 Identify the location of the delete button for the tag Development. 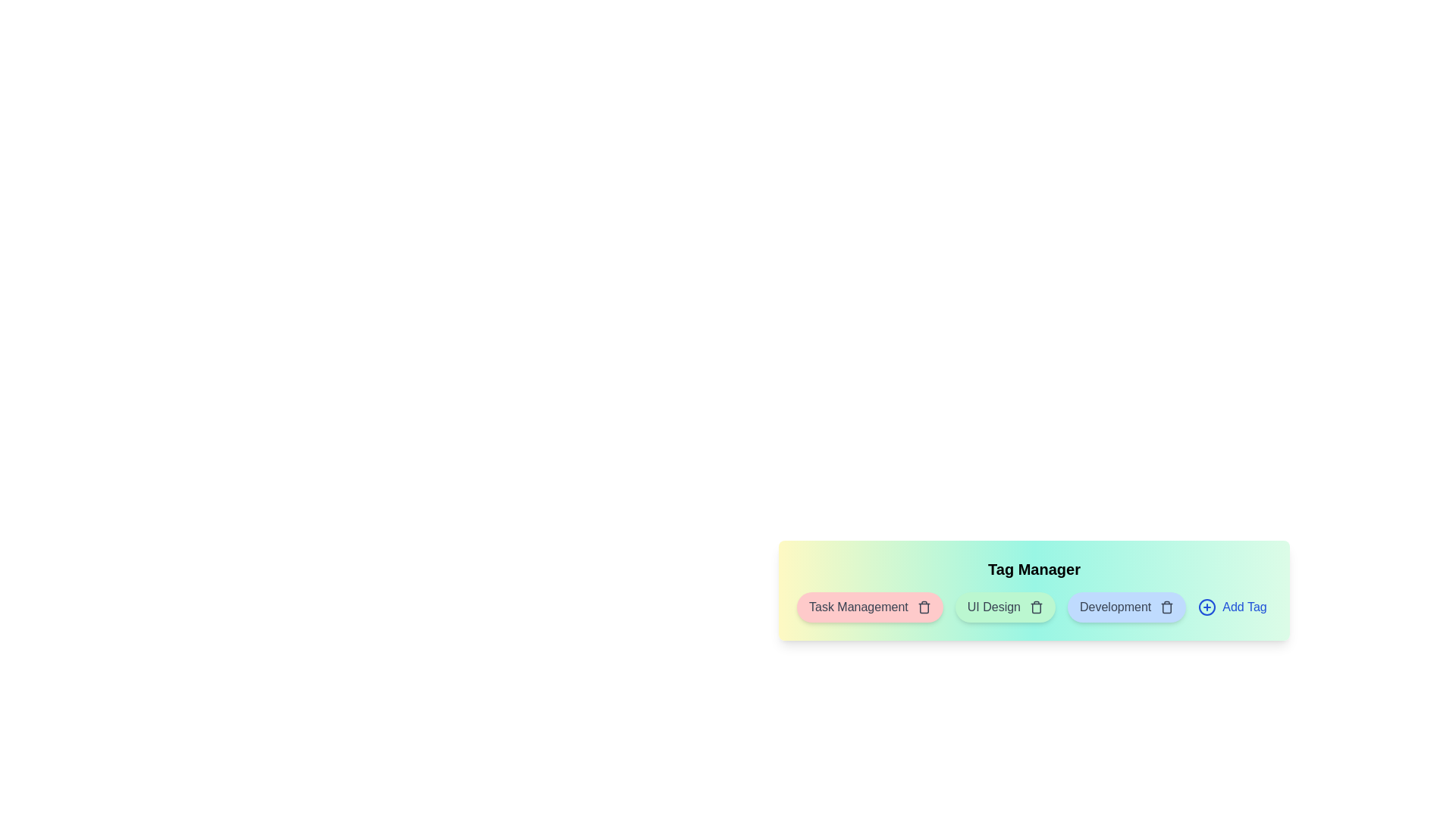
(1166, 607).